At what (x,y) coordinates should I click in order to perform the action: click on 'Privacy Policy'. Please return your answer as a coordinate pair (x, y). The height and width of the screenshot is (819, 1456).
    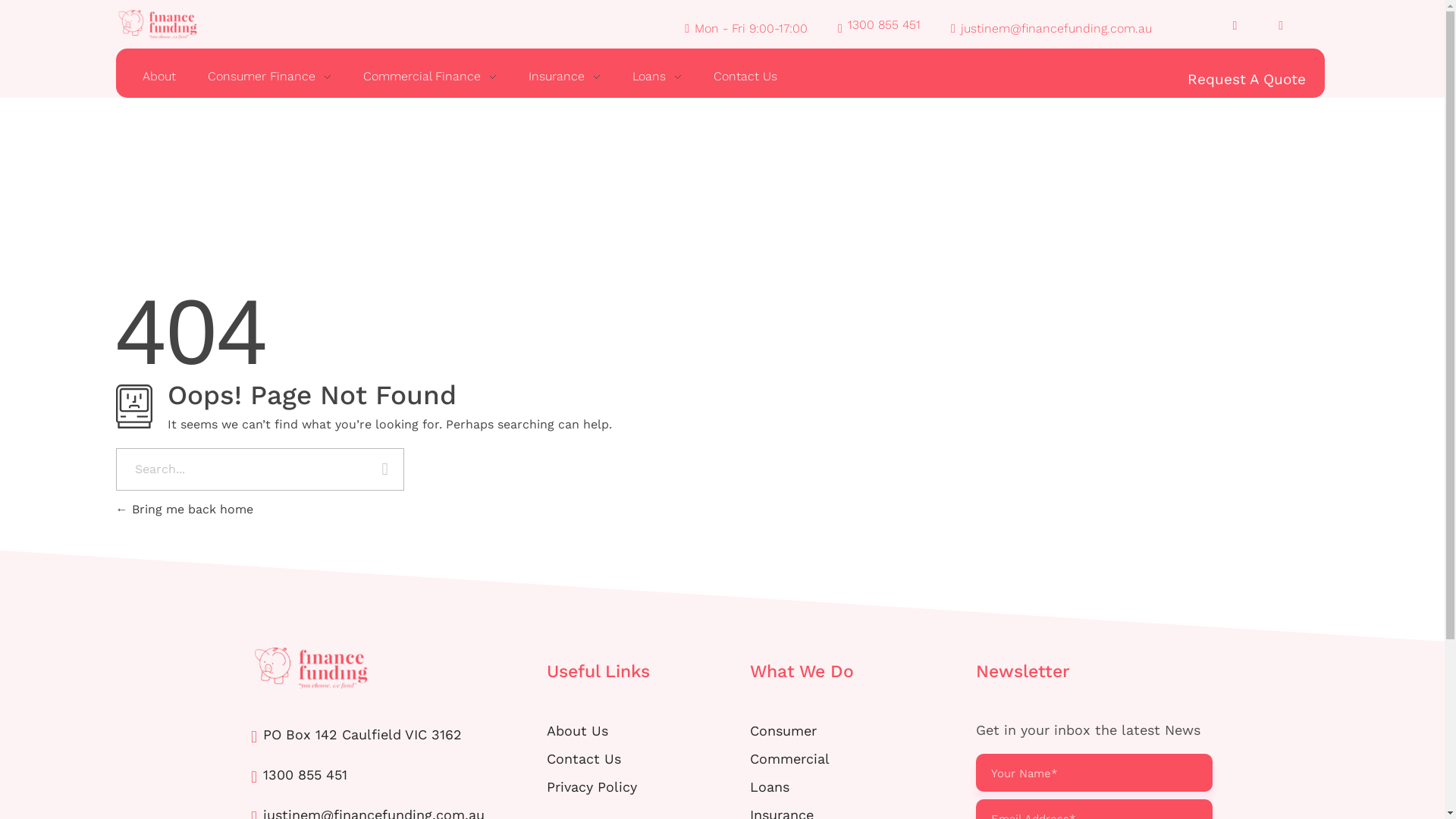
    Looking at the image, I should click on (546, 786).